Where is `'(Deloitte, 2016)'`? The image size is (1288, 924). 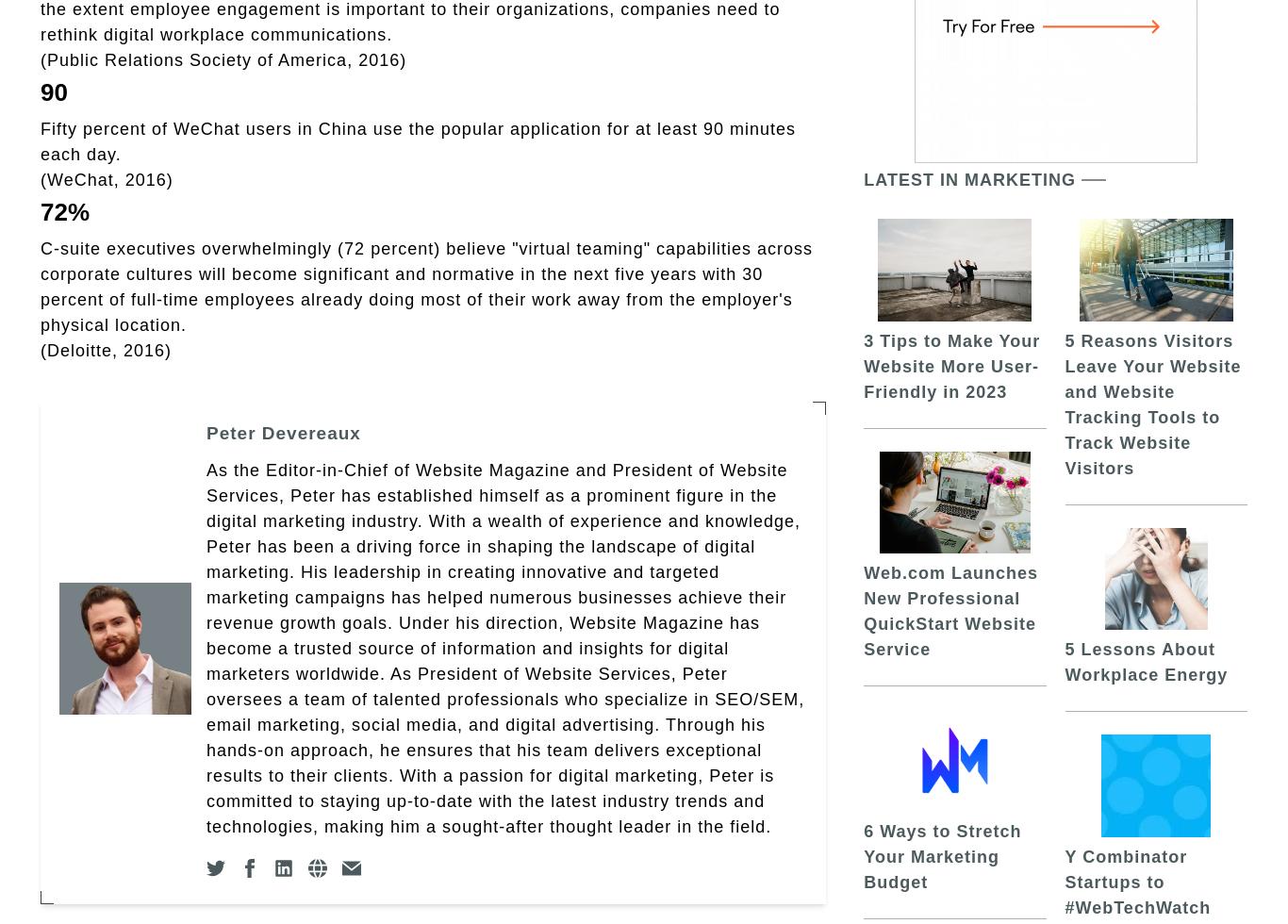 '(Deloitte, 2016)' is located at coordinates (106, 350).